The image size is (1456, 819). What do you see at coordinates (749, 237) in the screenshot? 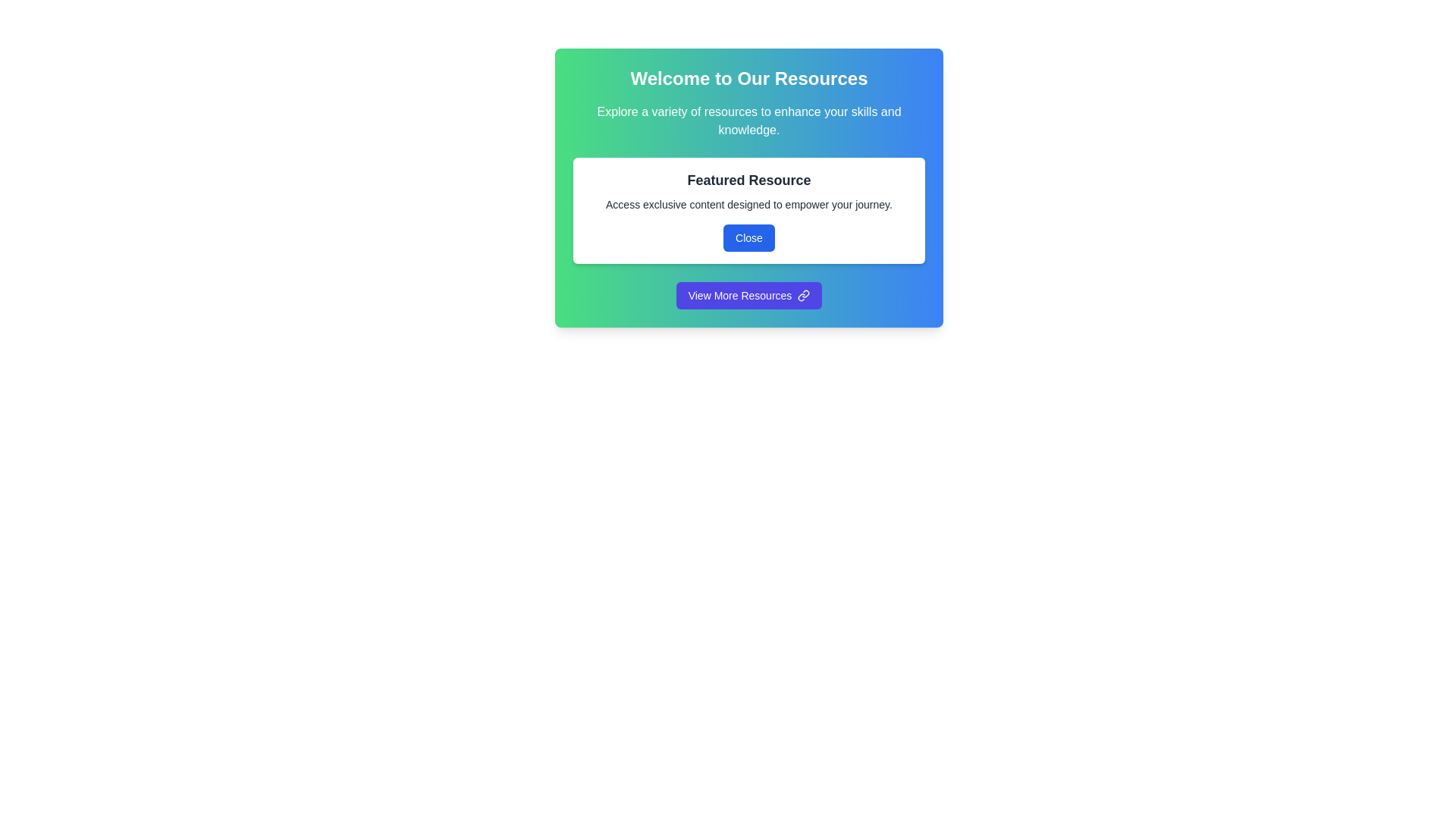
I see `the close button located within the 'Featured Resource' card, positioned near the bottom under the text 'Access exclusive content designed to empower your journey.'` at bounding box center [749, 237].